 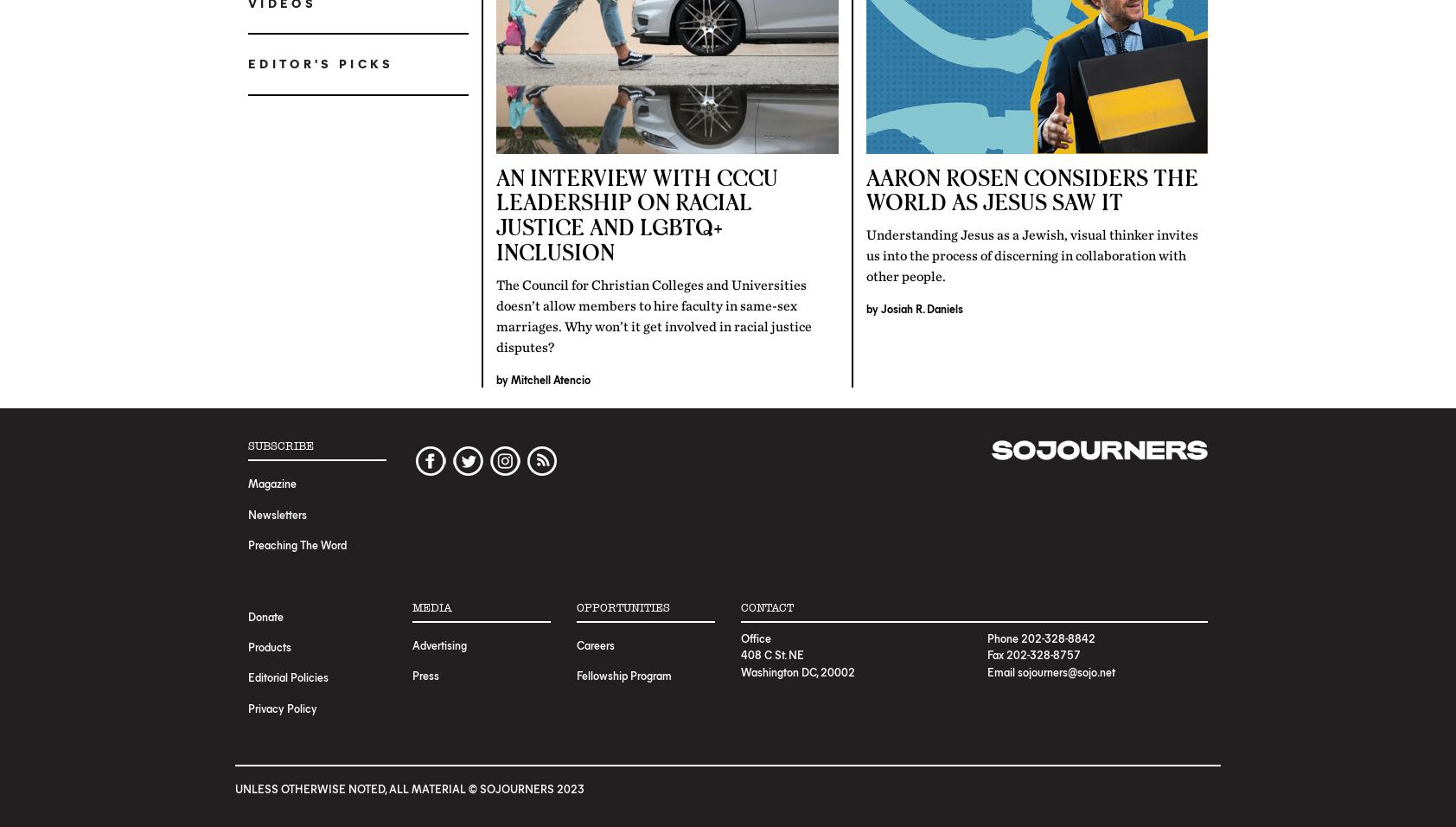 What do you see at coordinates (277, 512) in the screenshot?
I see `'Newsletters'` at bounding box center [277, 512].